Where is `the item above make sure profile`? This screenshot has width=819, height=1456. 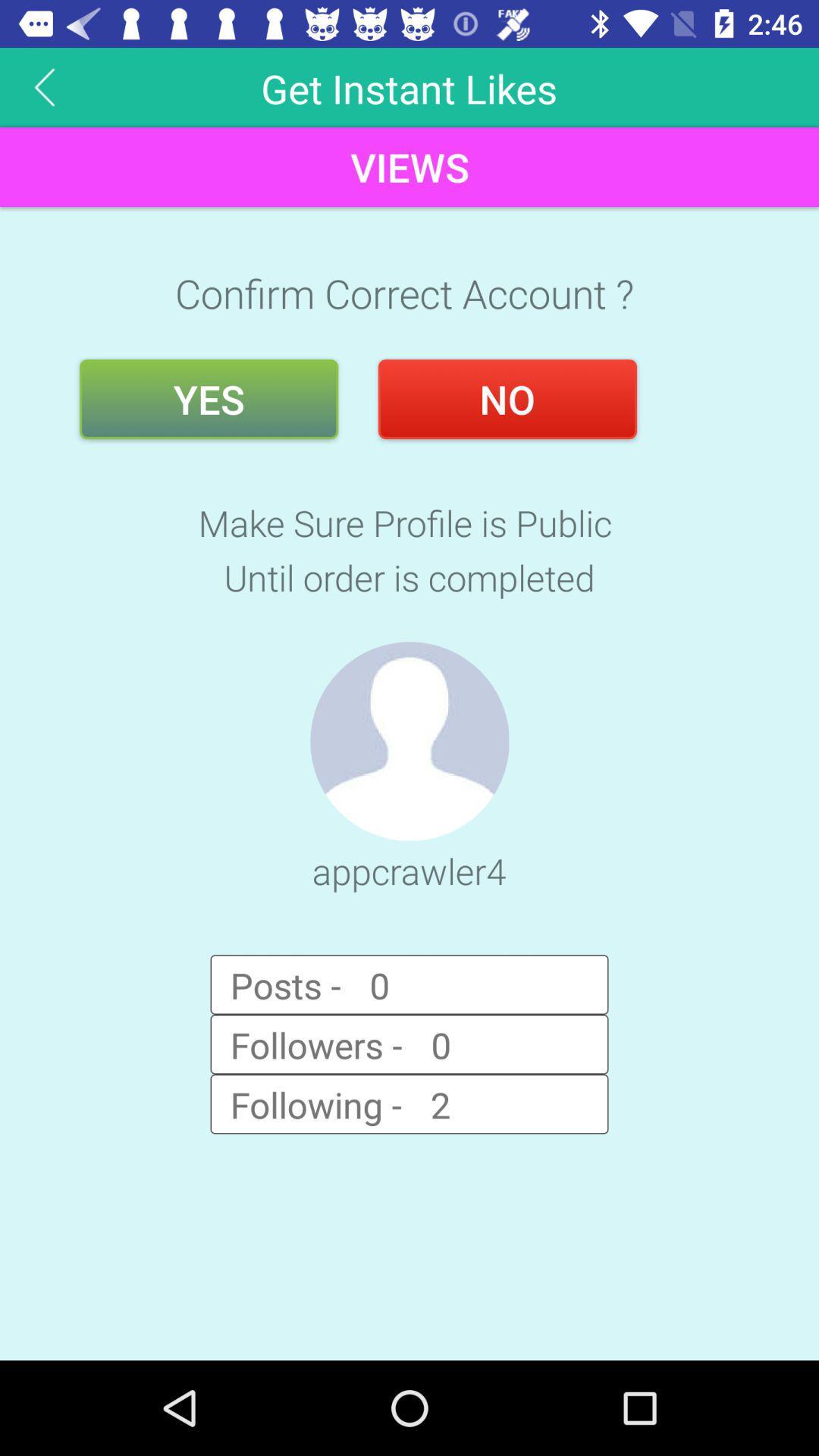 the item above make sure profile is located at coordinates (209, 399).